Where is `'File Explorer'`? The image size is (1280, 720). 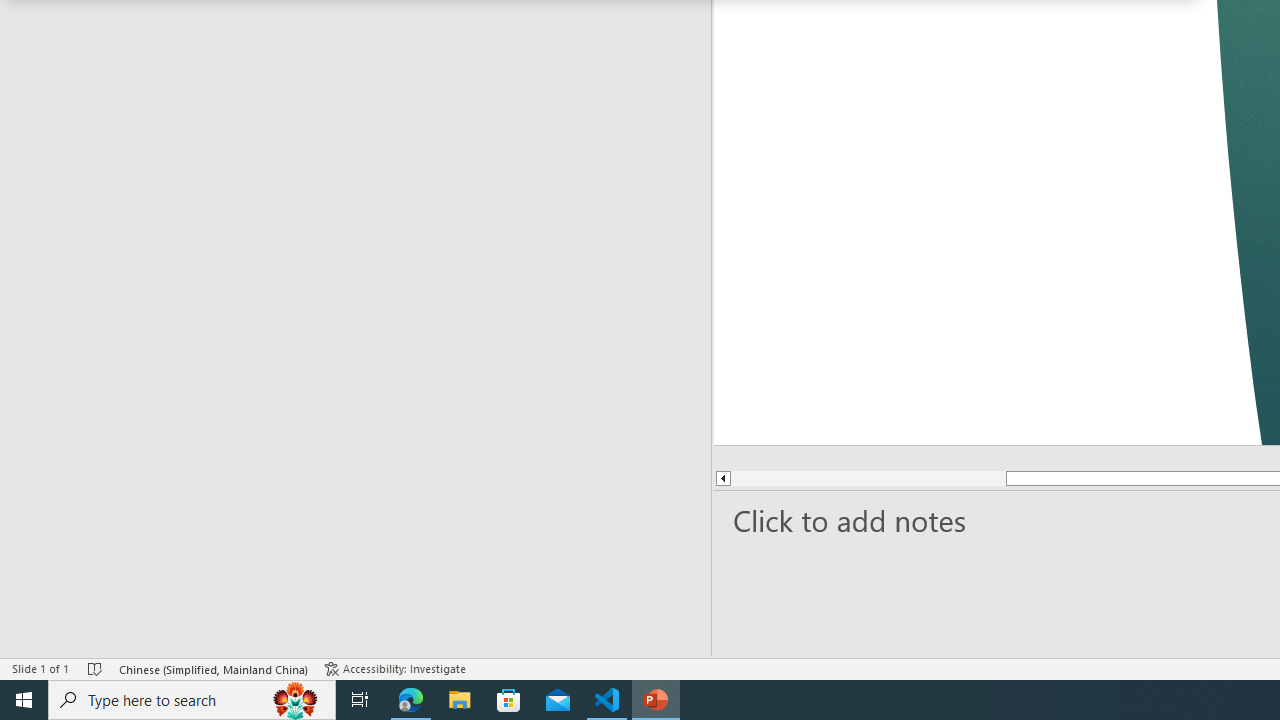
'File Explorer' is located at coordinates (459, 698).